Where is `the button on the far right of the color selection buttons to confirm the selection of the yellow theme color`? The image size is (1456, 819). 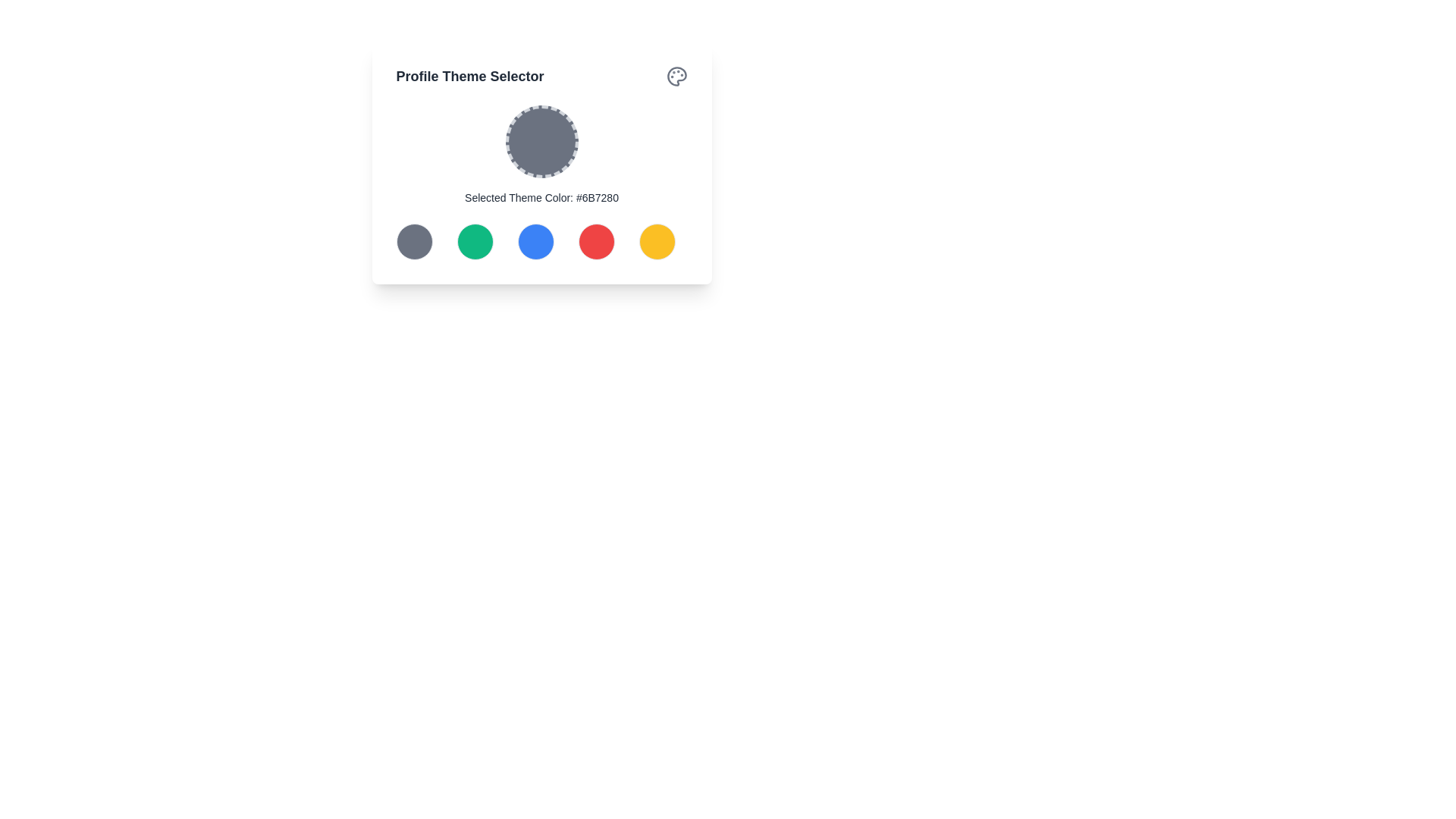
the button on the far right of the color selection buttons to confirm the selection of the yellow theme color is located at coordinates (657, 241).